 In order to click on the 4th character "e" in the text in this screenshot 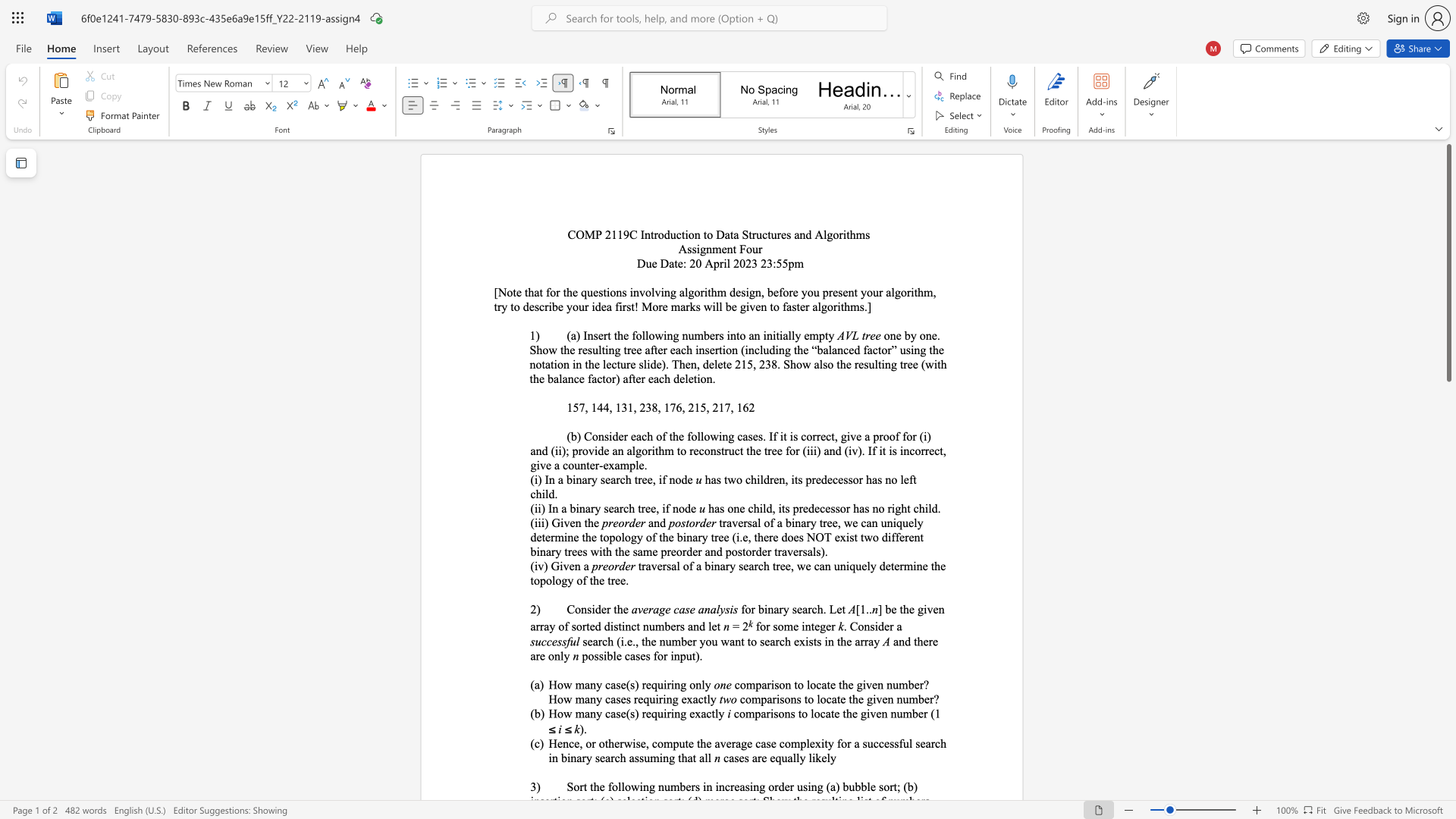, I will do `click(839, 479)`.